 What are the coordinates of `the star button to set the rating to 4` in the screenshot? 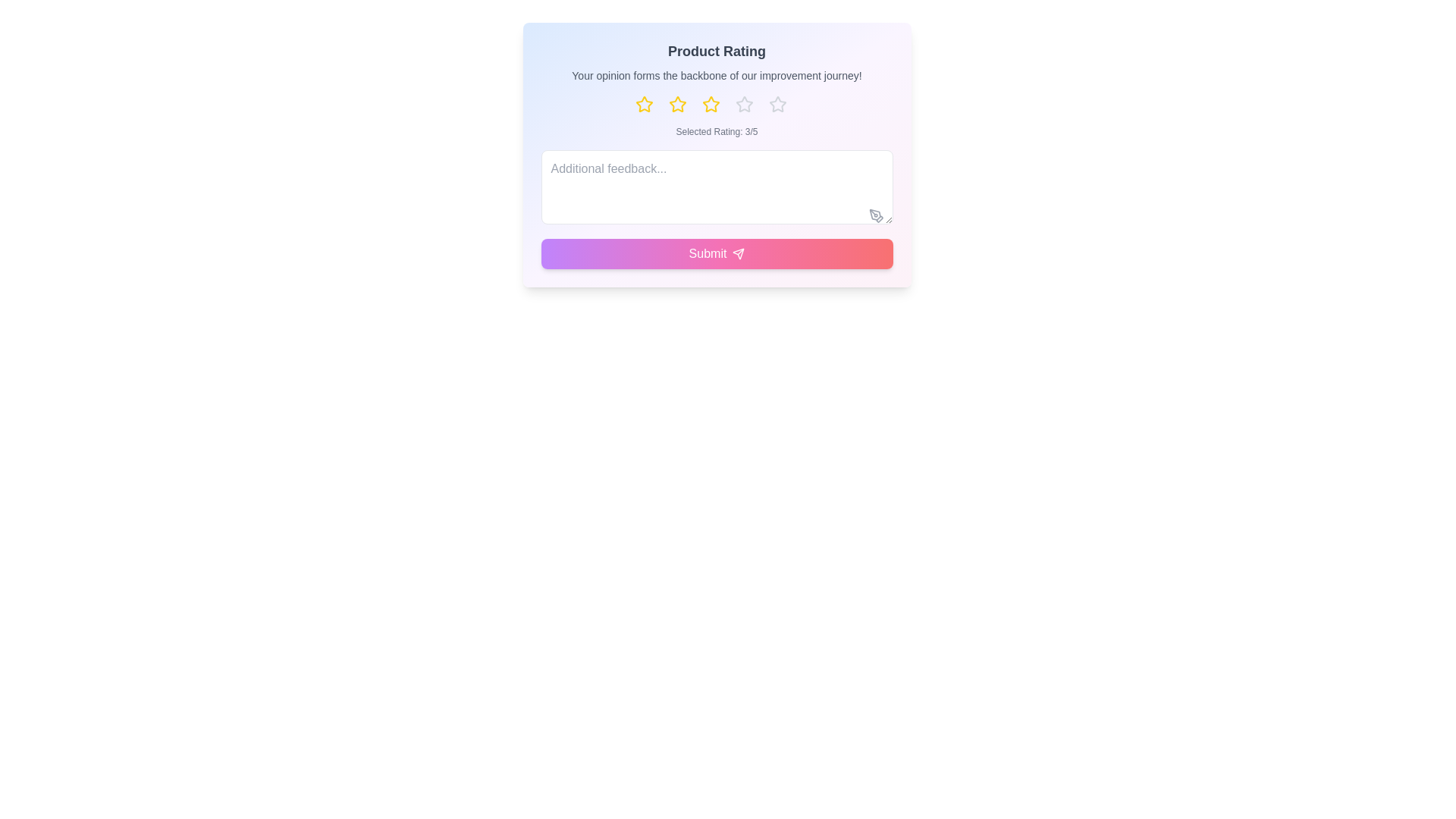 It's located at (750, 104).